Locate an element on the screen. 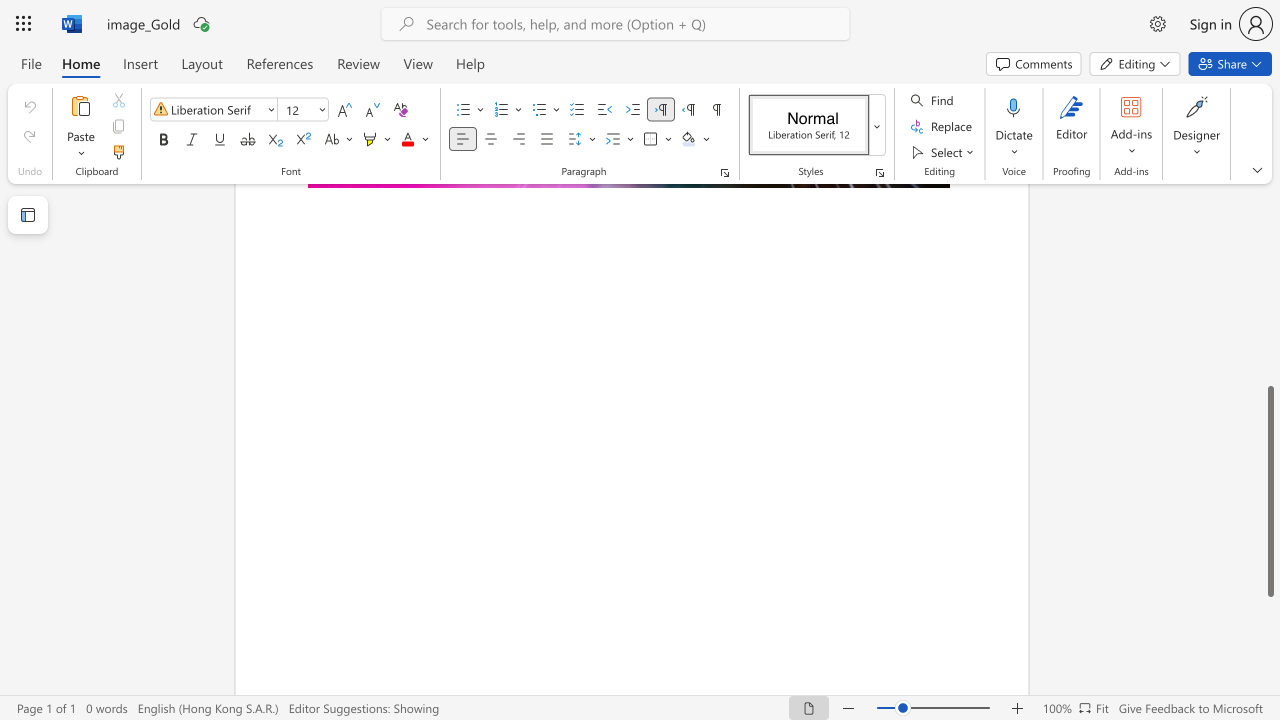  the scrollbar on the right to shift the page higher is located at coordinates (1269, 338).